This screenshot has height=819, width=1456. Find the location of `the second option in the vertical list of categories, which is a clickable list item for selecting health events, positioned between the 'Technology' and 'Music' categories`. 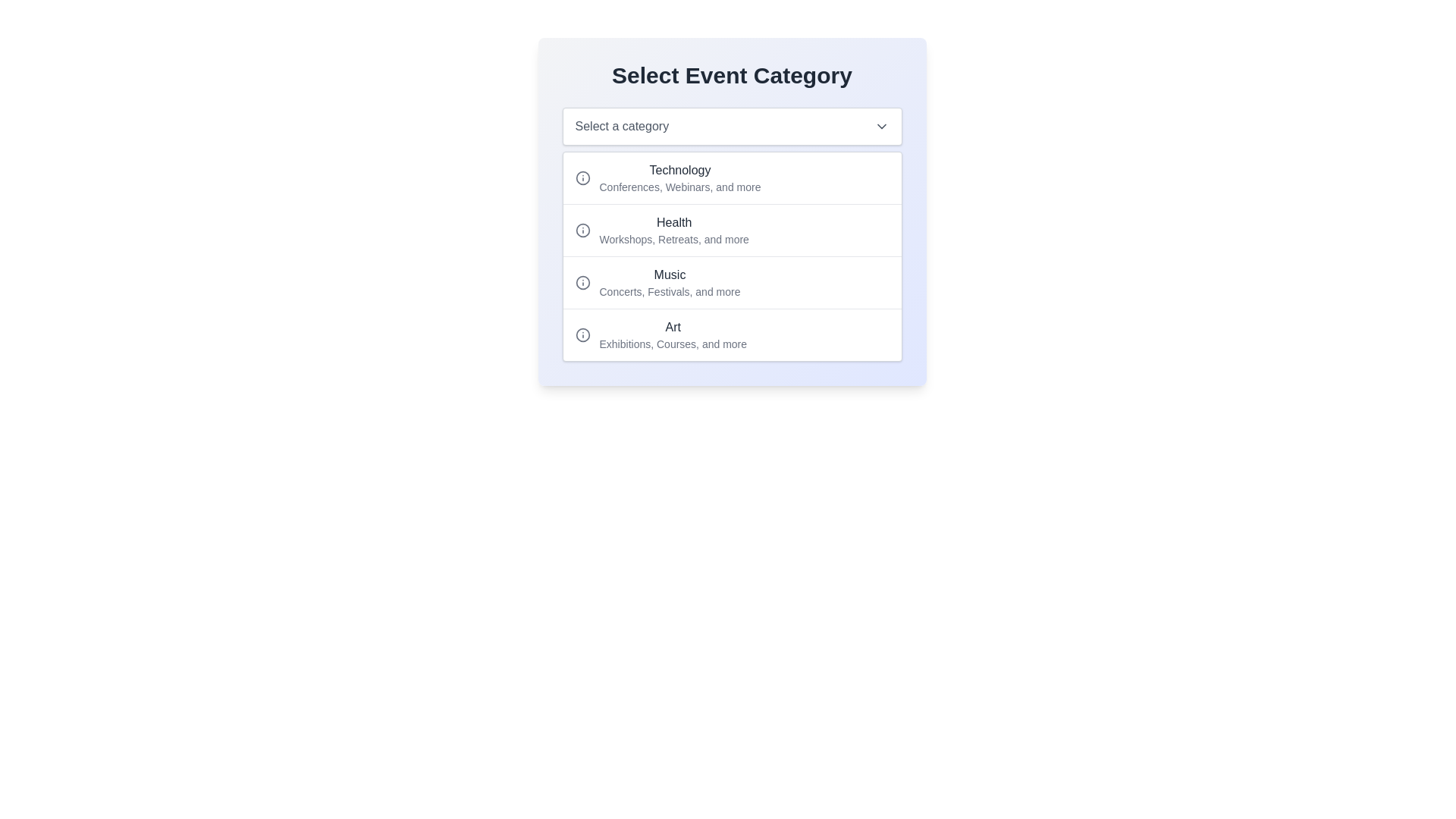

the second option in the vertical list of categories, which is a clickable list item for selecting health events, positioned between the 'Technology' and 'Music' categories is located at coordinates (732, 230).